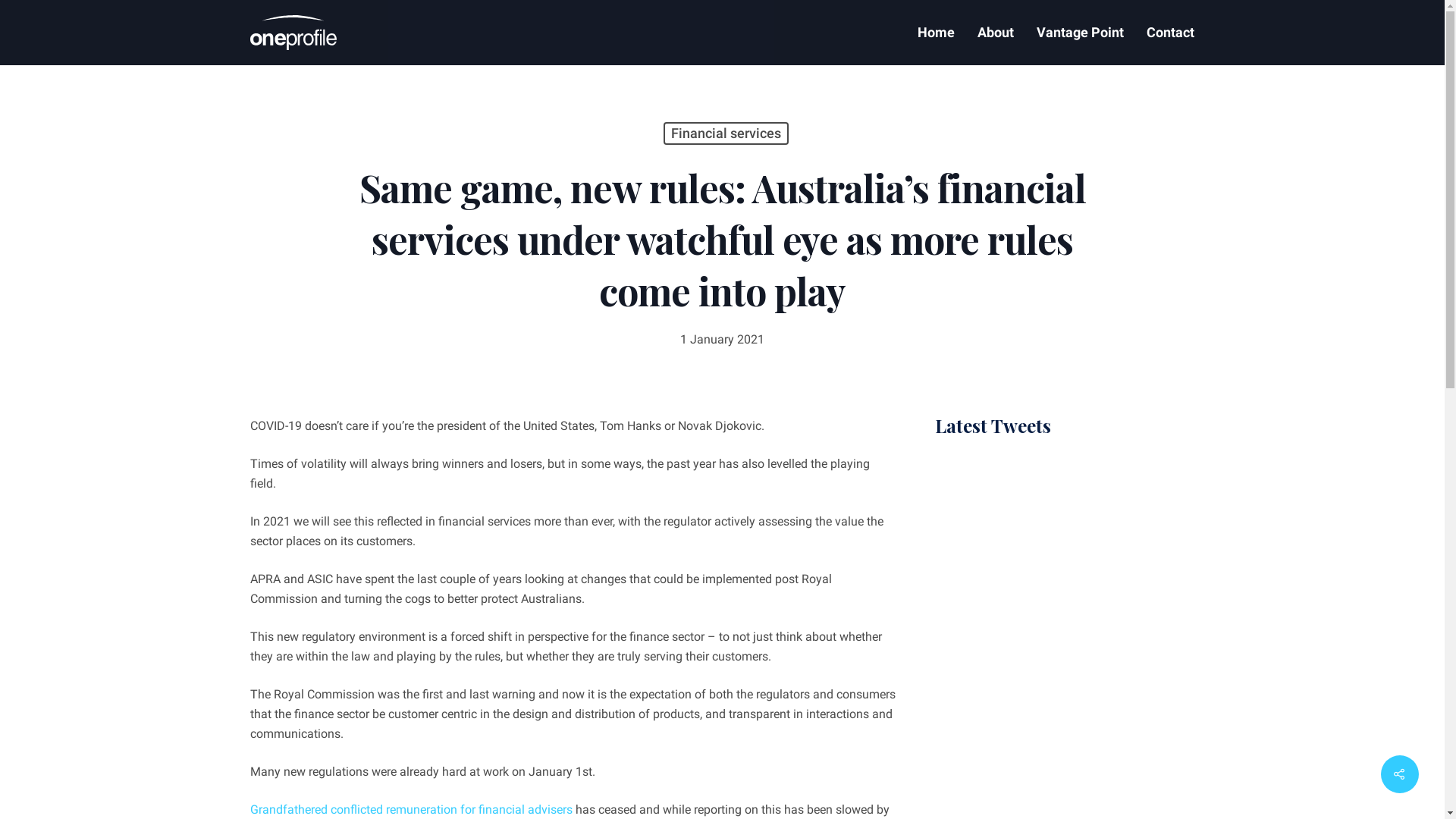  I want to click on 'Grandfathered conflicted remuneration for financial advisers', so click(411, 808).